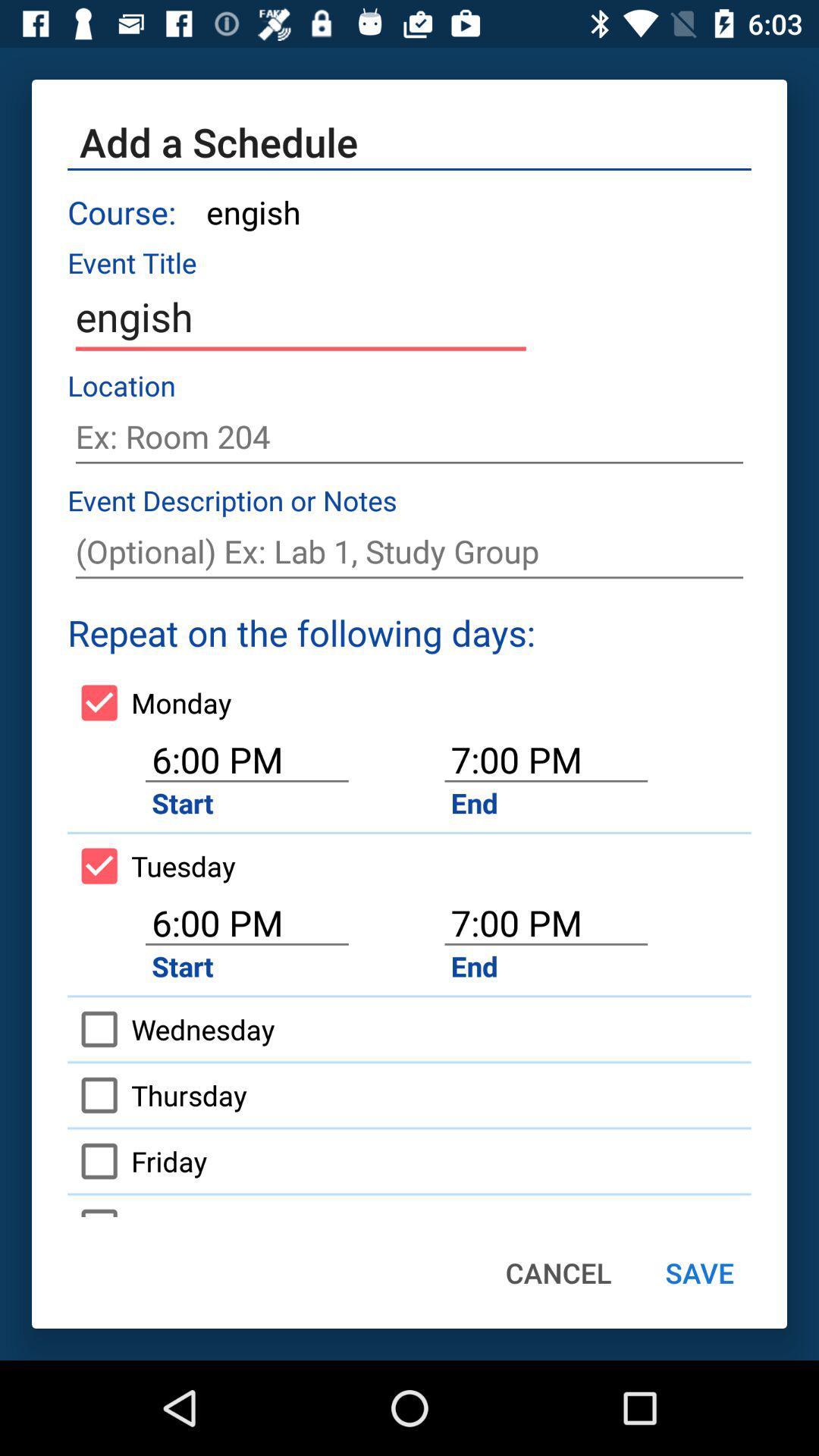 The image size is (819, 1456). Describe the element at coordinates (409, 551) in the screenshot. I see `note` at that location.